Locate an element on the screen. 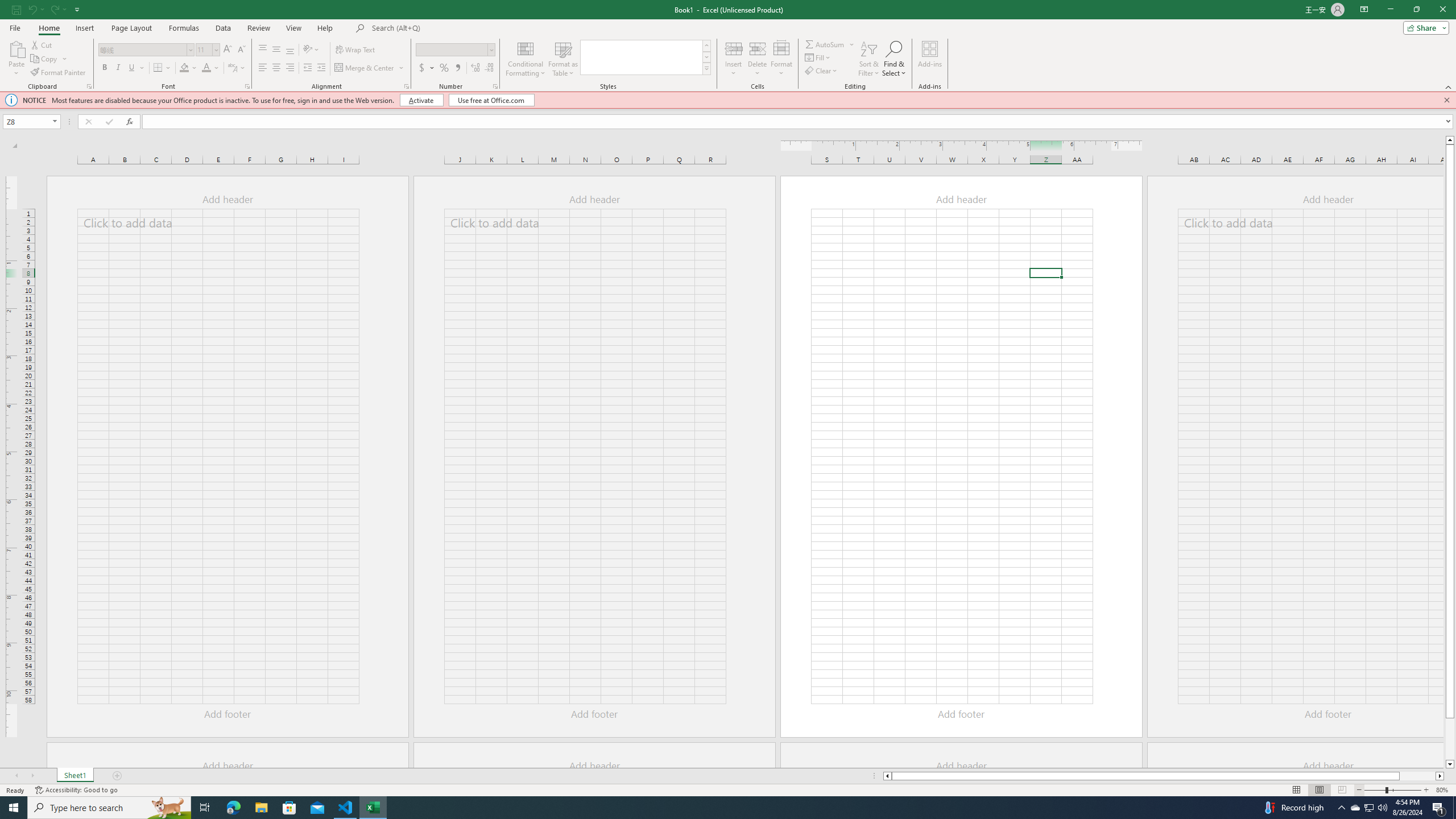  'Bottom Border' is located at coordinates (158, 67).